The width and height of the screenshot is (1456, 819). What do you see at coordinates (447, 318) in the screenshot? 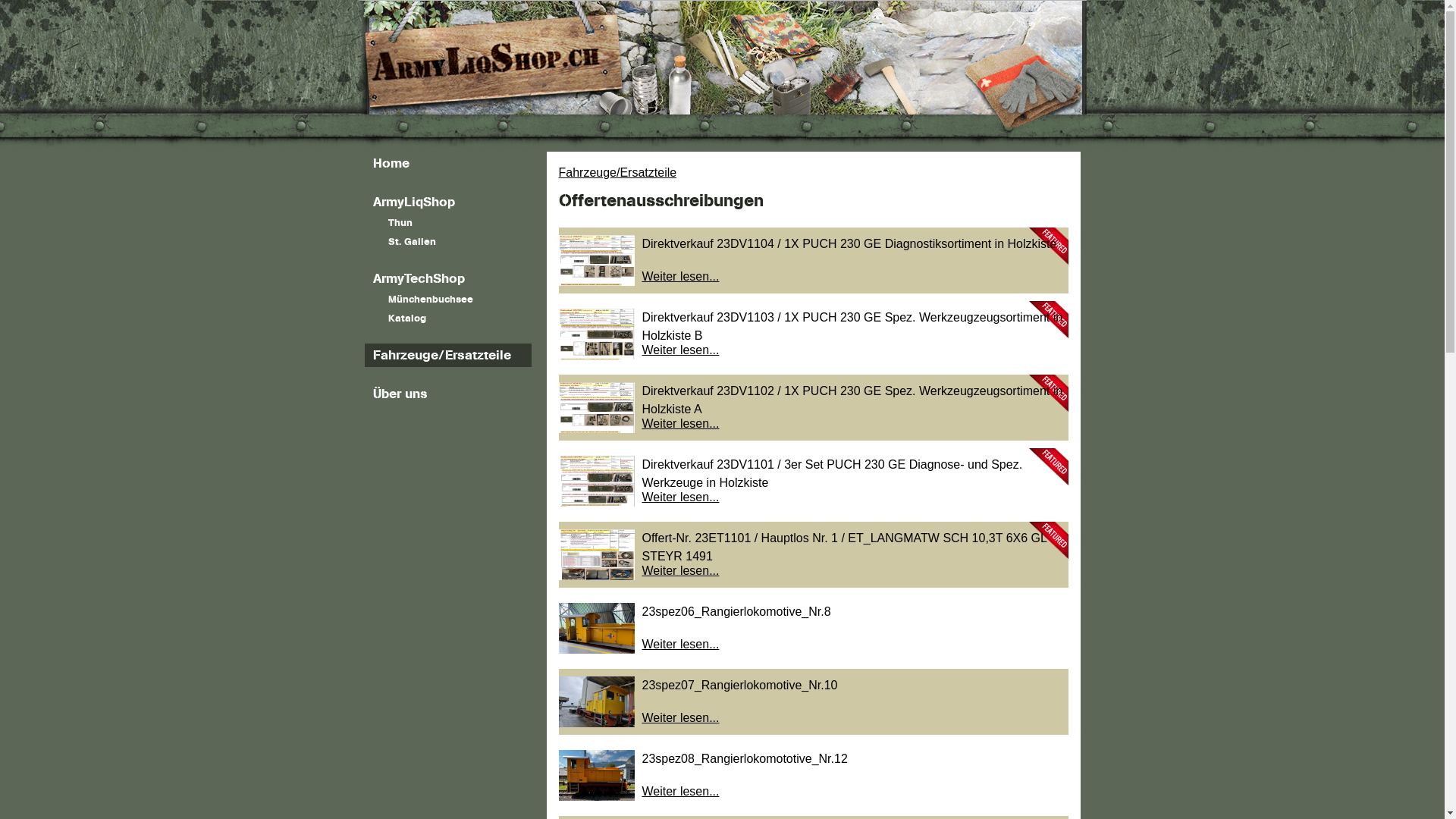
I see `'Katalog'` at bounding box center [447, 318].